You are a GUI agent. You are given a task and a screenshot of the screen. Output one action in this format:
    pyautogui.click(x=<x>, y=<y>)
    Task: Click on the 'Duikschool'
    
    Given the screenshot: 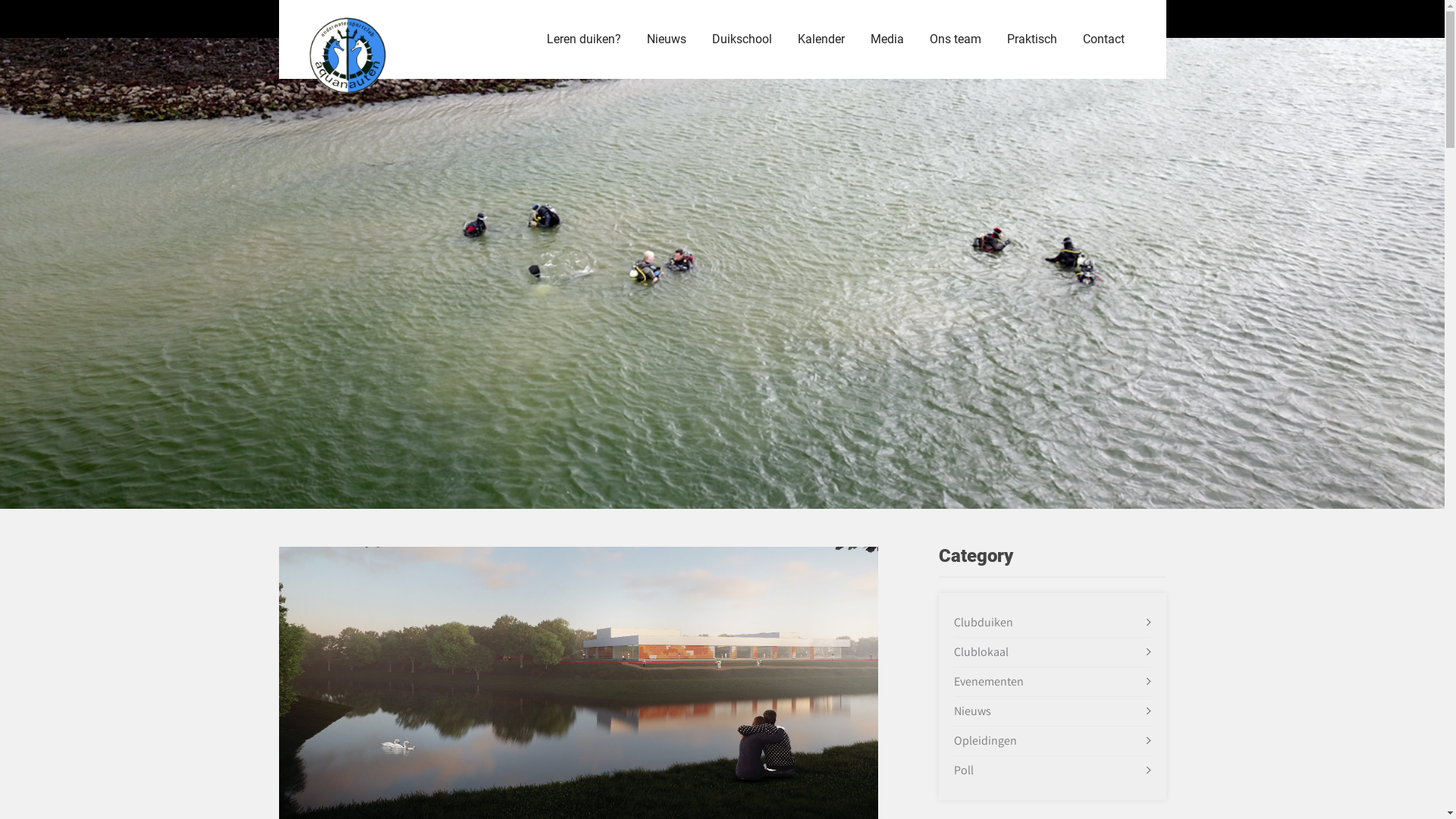 What is the action you would take?
    pyautogui.click(x=742, y=38)
    